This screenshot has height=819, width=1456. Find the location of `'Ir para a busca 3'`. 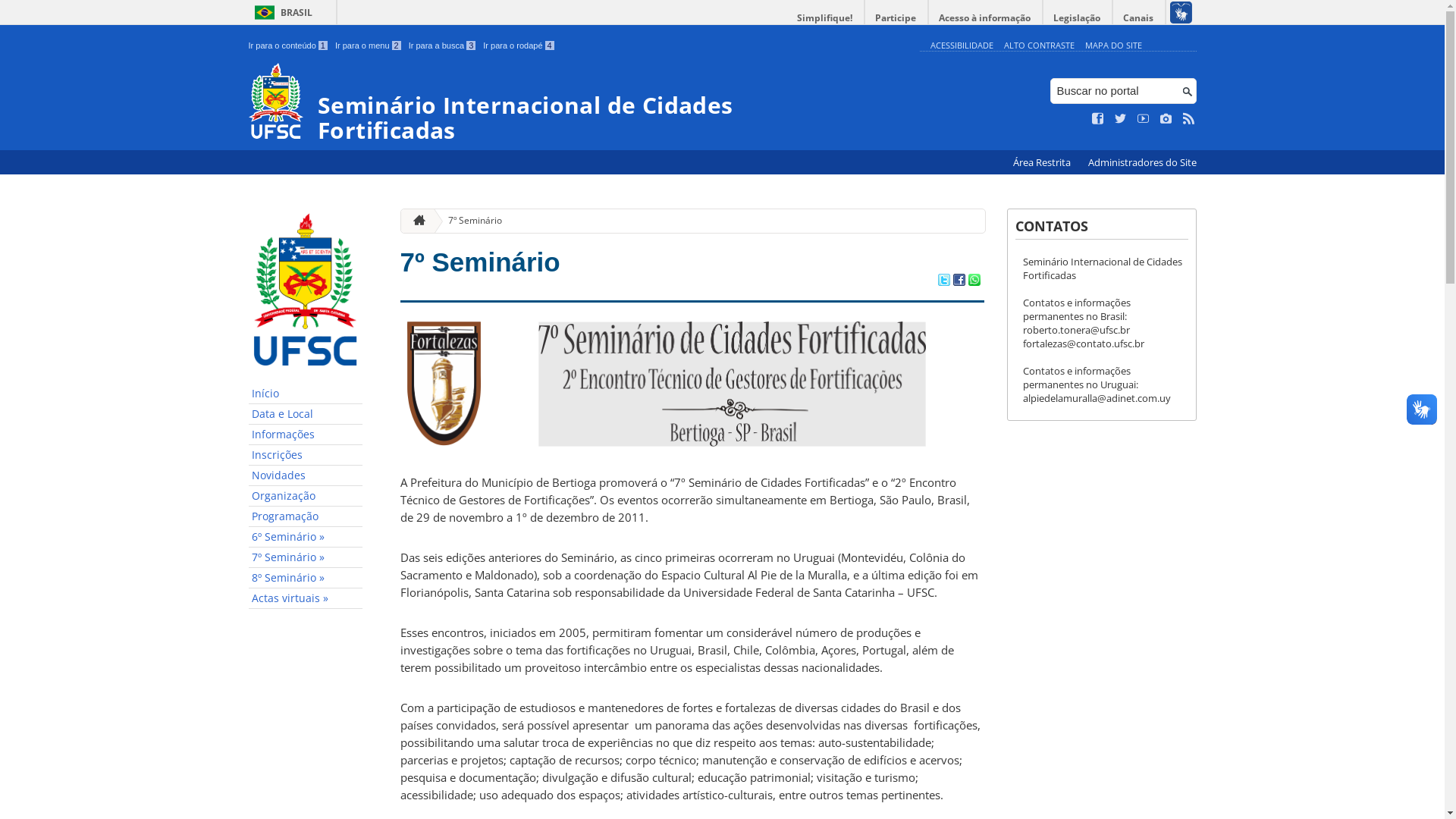

'Ir para a busca 3' is located at coordinates (441, 45).